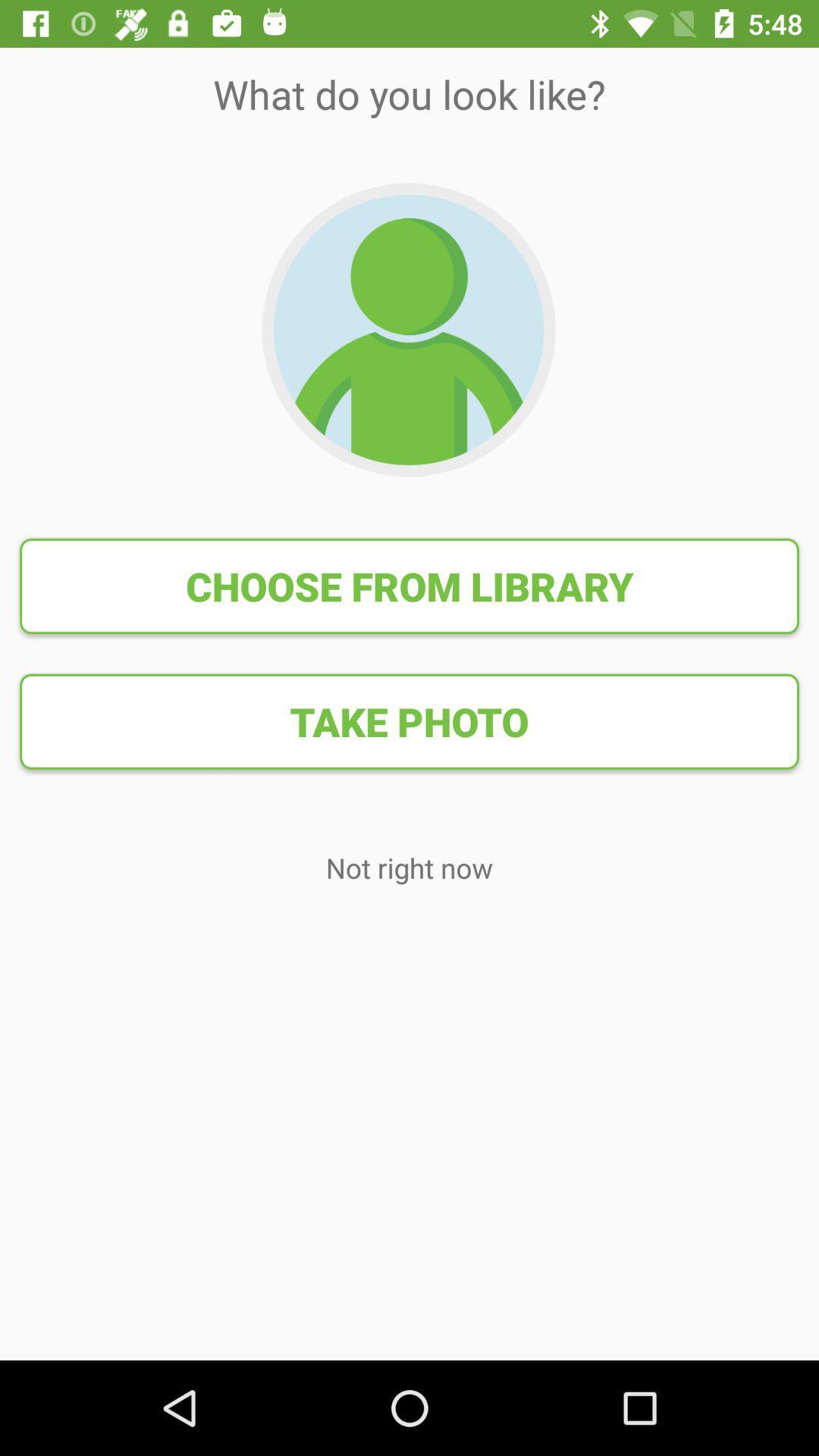 This screenshot has height=1456, width=819. Describe the element at coordinates (409, 868) in the screenshot. I see `the item below take photo item` at that location.